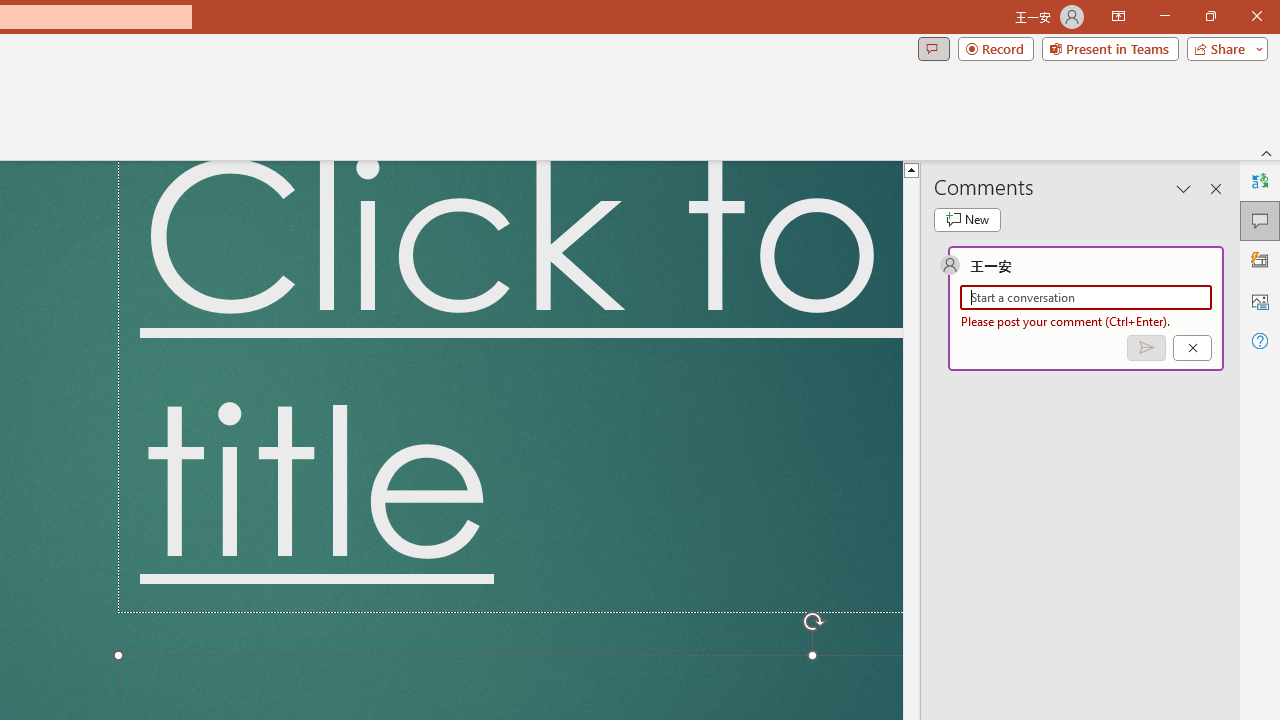 This screenshot has width=1280, height=720. Describe the element at coordinates (1259, 181) in the screenshot. I see `'Translator'` at that location.